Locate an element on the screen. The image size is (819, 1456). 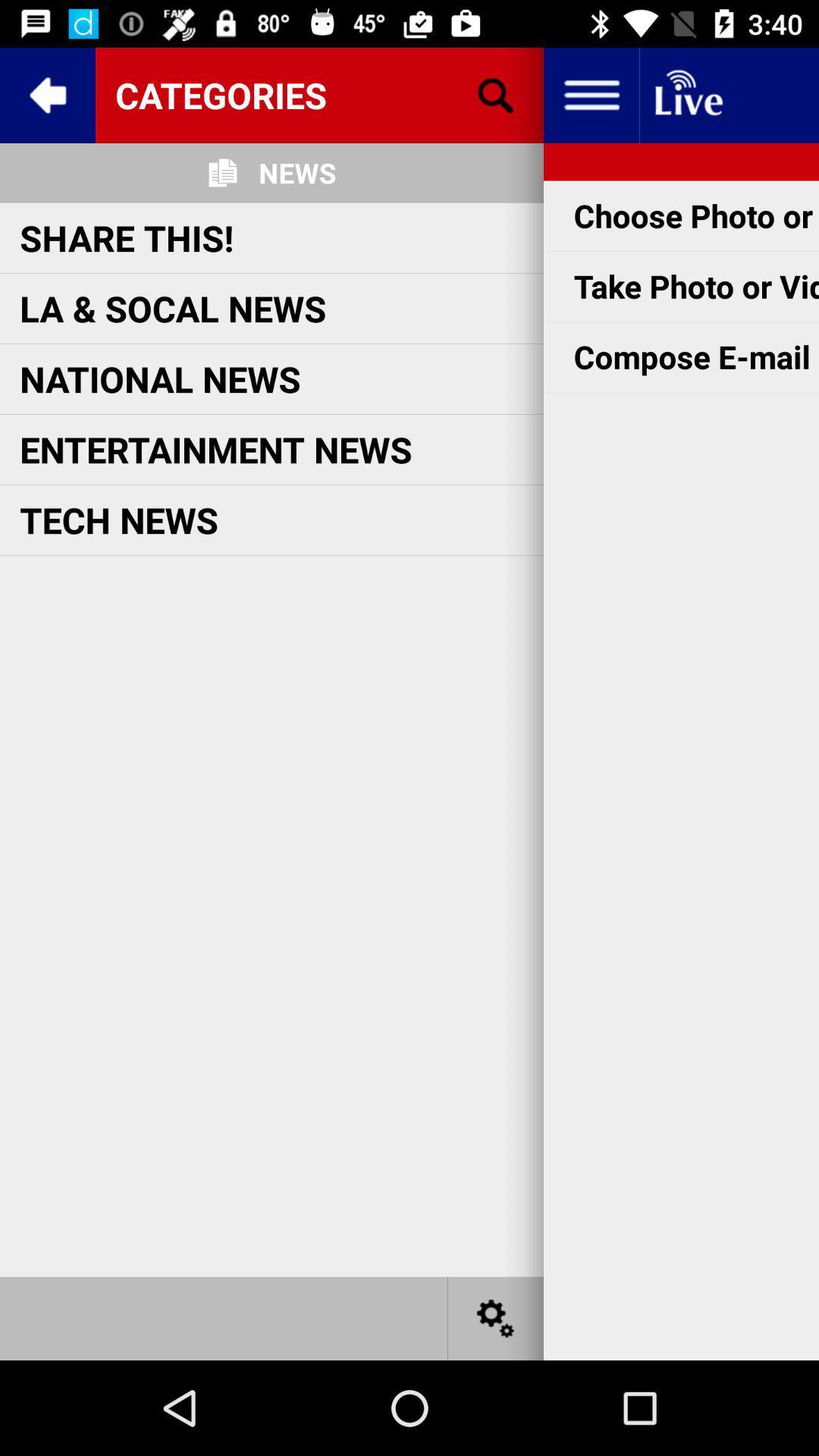
share this! item is located at coordinates (126, 237).